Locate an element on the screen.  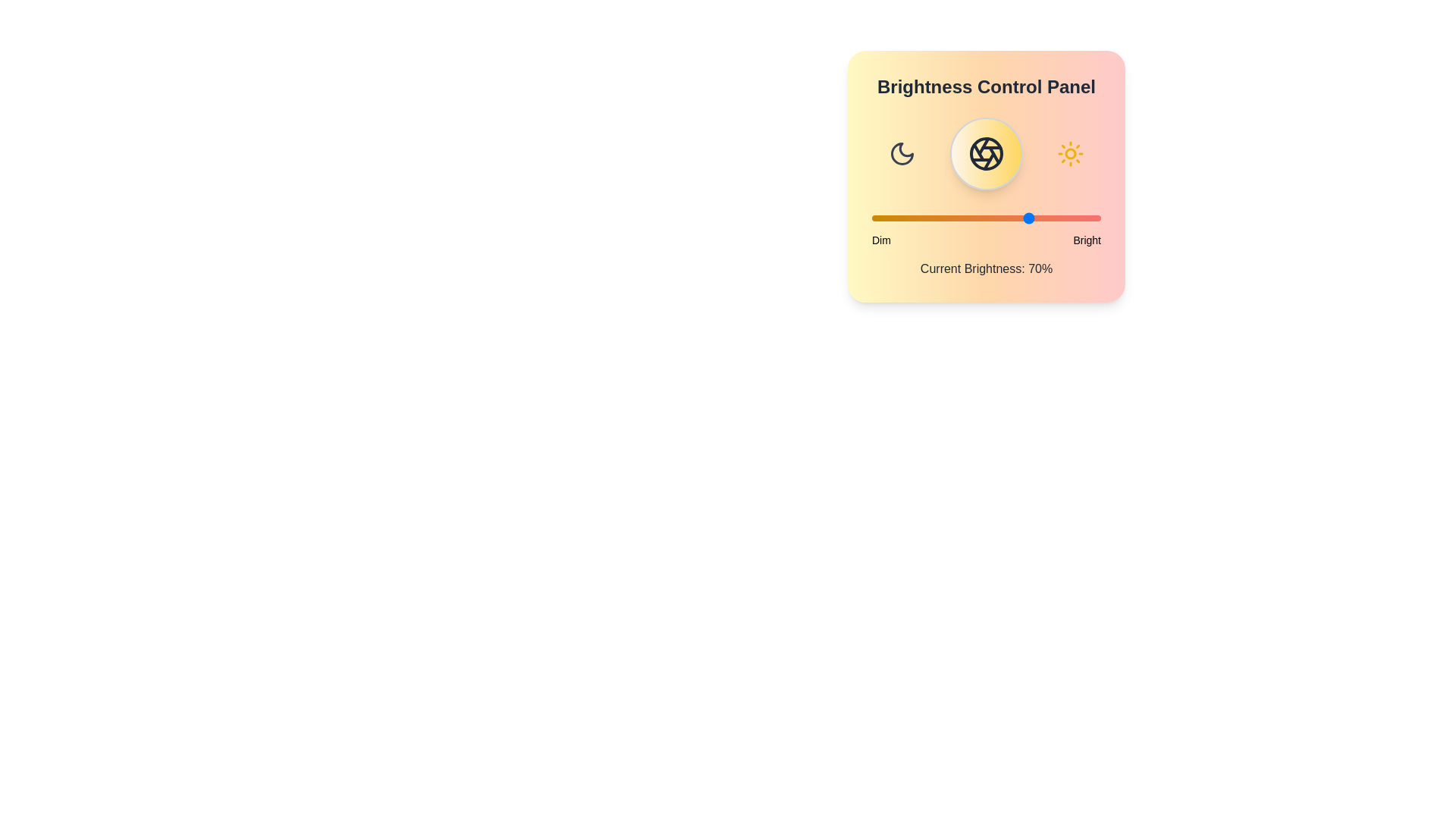
the sun icon to provide visual feedback is located at coordinates (1069, 154).